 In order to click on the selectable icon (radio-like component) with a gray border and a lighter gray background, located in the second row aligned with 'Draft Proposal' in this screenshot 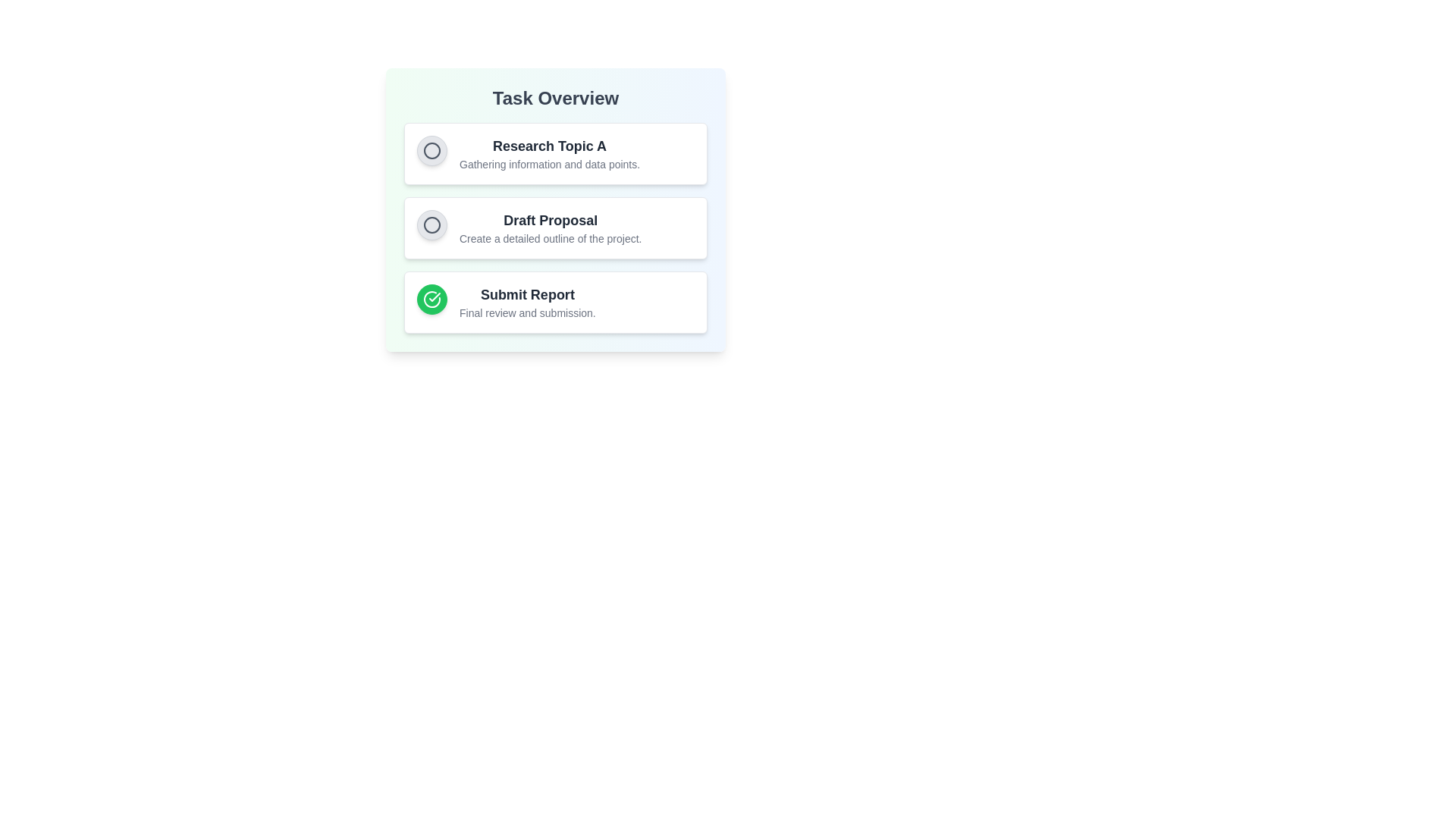, I will do `click(431, 225)`.